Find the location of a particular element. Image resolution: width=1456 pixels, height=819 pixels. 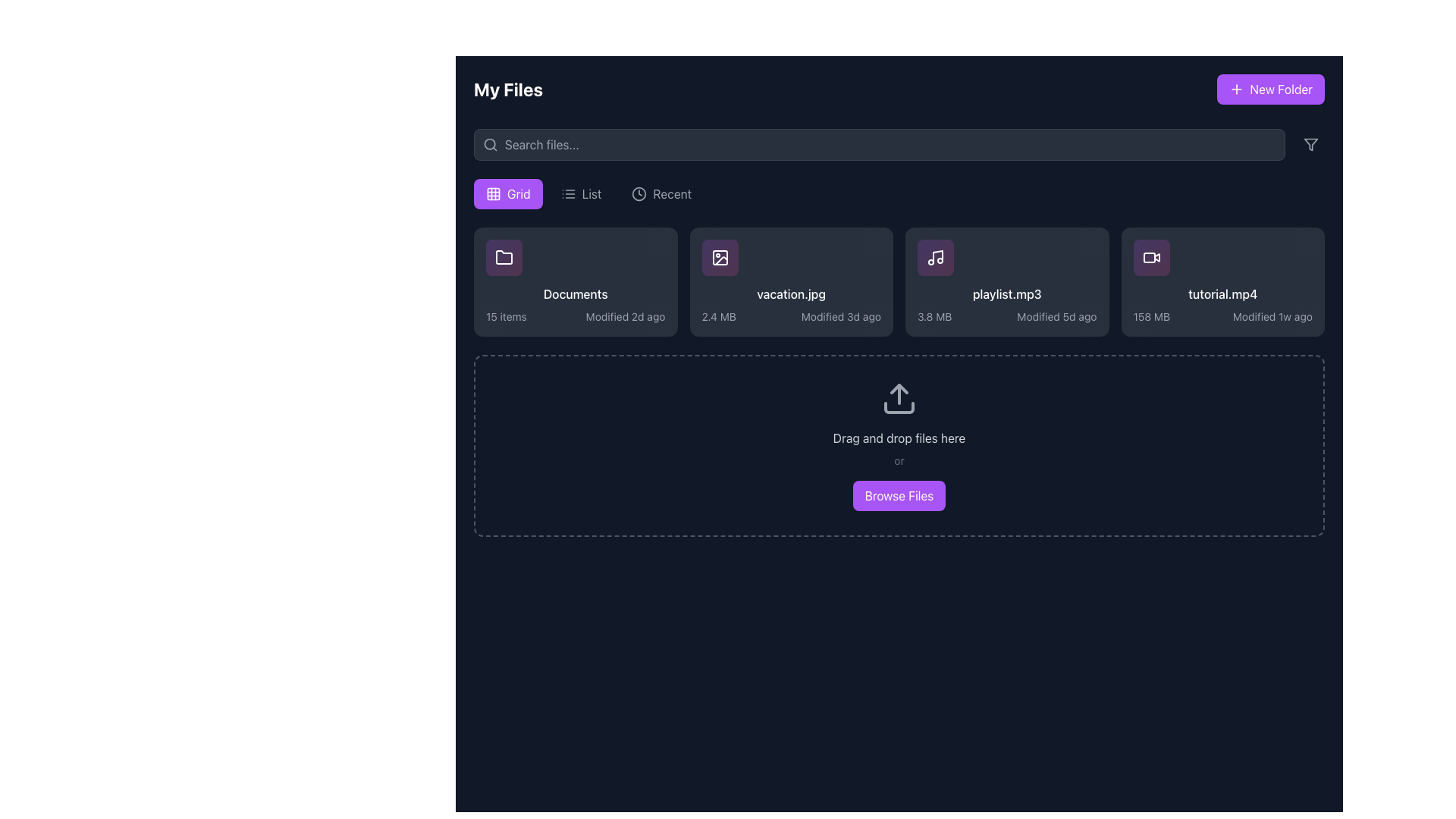

the SVG icon styled with a purple hue that depicts a '+' sign, which is the leading icon within the 'New Folder' button located in the top-right corner of the page is located at coordinates (1236, 89).